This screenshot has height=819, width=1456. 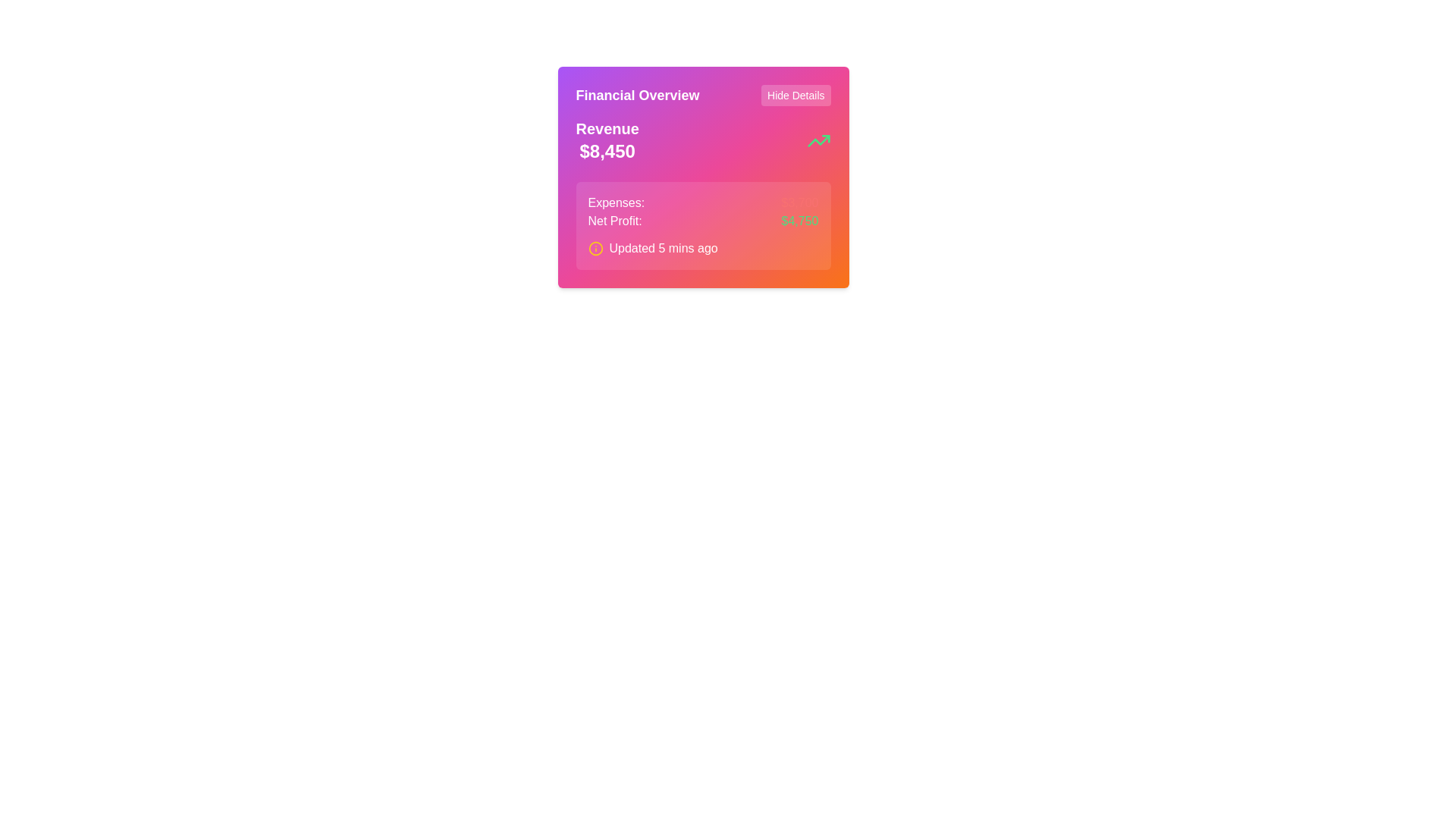 I want to click on the informational label with a yellow circular icon and the text 'Updated 5 mins ago', located below the text 'Net Profit: $4,750', so click(x=702, y=247).